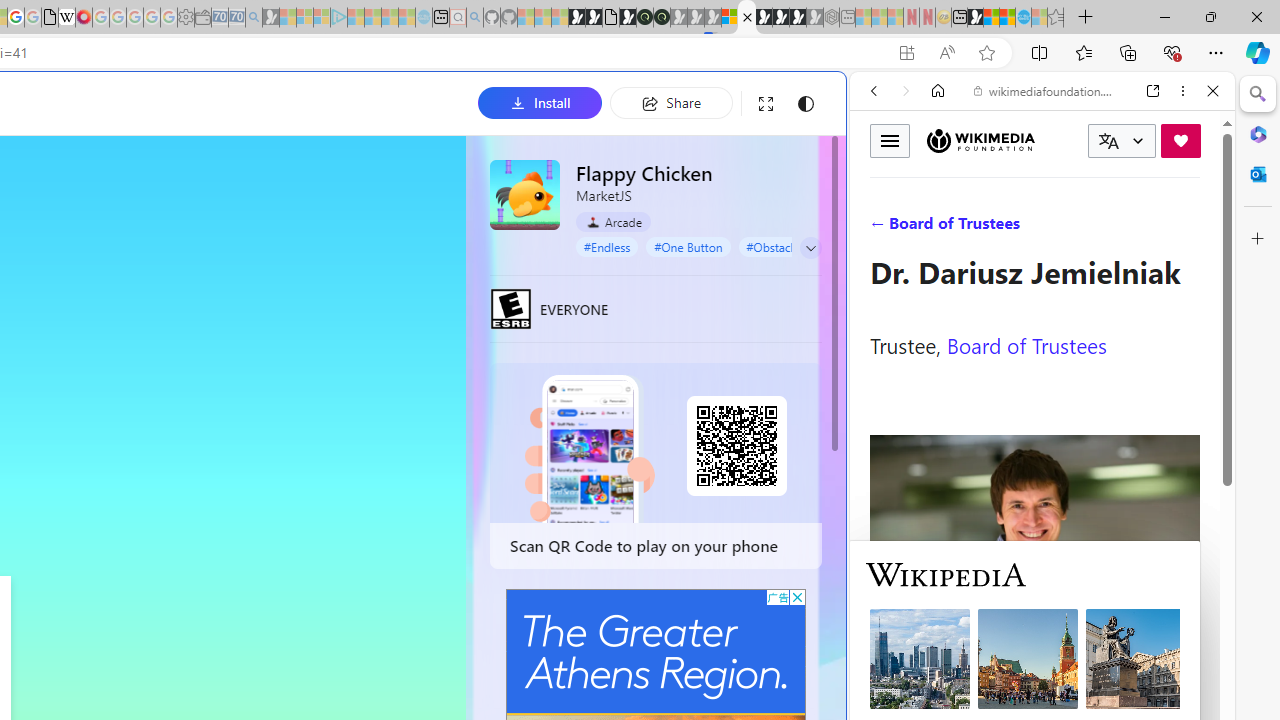 This screenshot has height=720, width=1280. What do you see at coordinates (980, 140) in the screenshot?
I see `'Wikimedia Foundation'` at bounding box center [980, 140].